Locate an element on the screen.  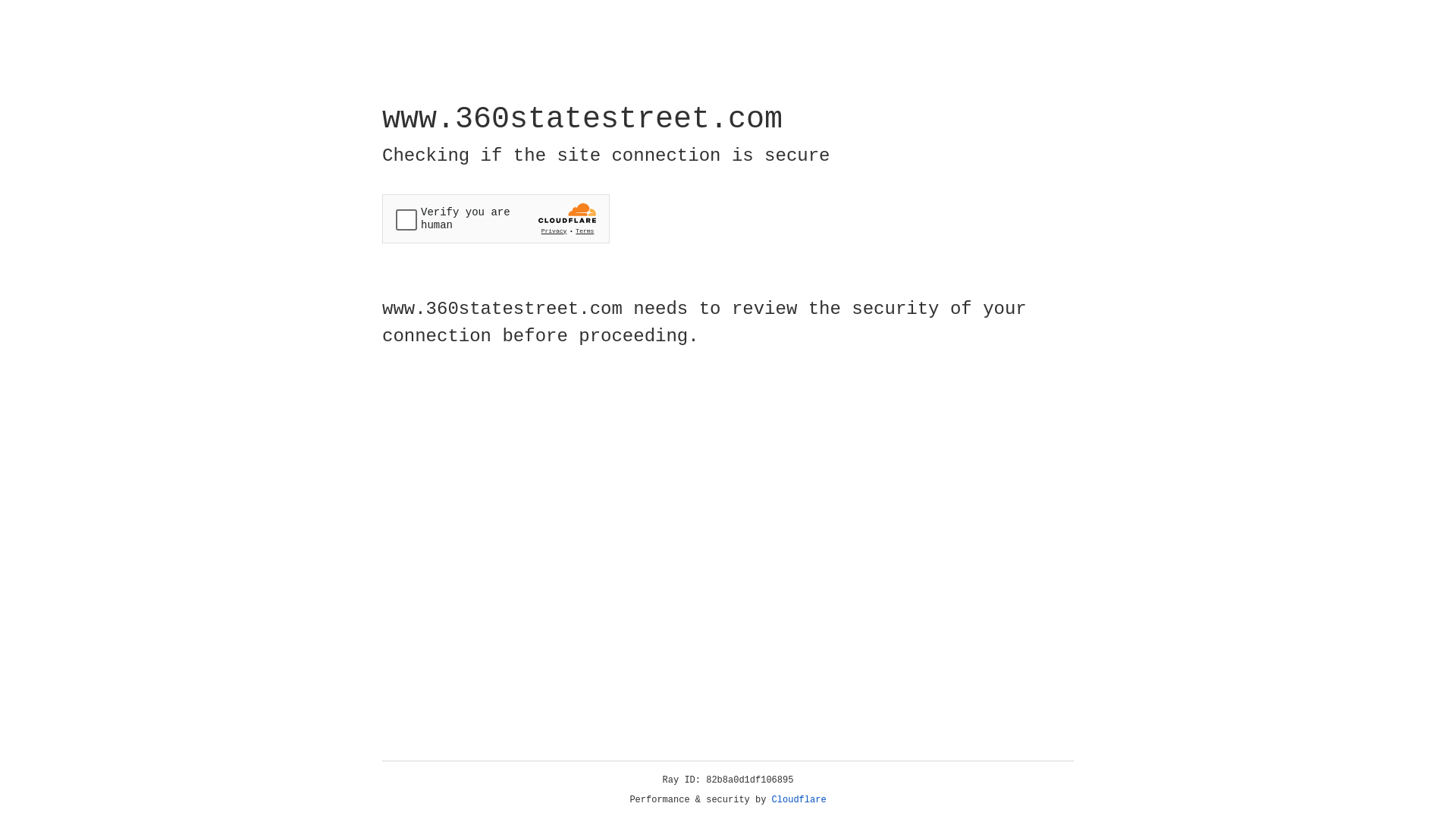
'Cloudflare' is located at coordinates (799, 799).